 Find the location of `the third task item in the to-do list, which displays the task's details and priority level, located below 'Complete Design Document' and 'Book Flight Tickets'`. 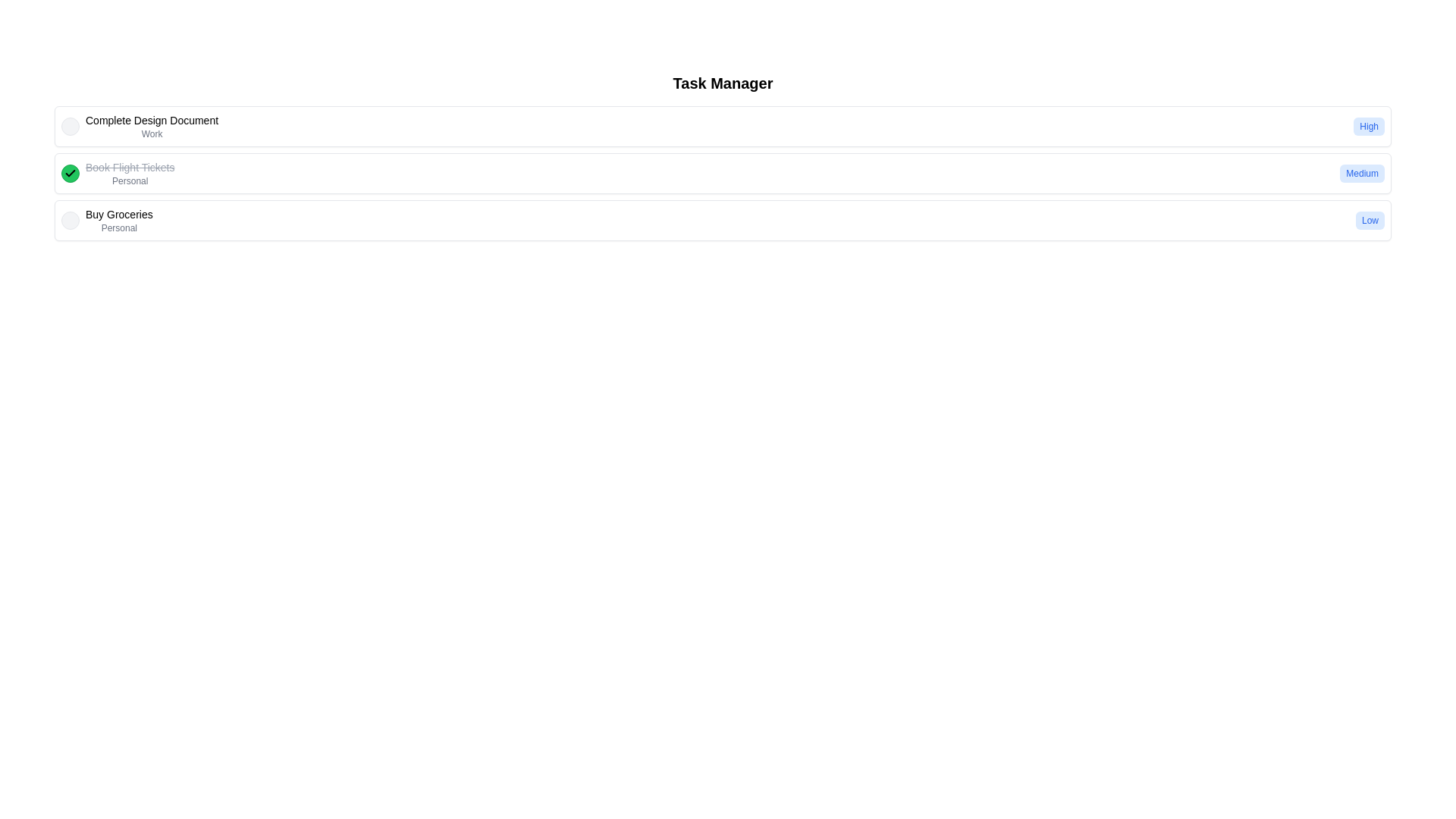

the third task item in the to-do list, which displays the task's details and priority level, located below 'Complete Design Document' and 'Book Flight Tickets' is located at coordinates (722, 220).